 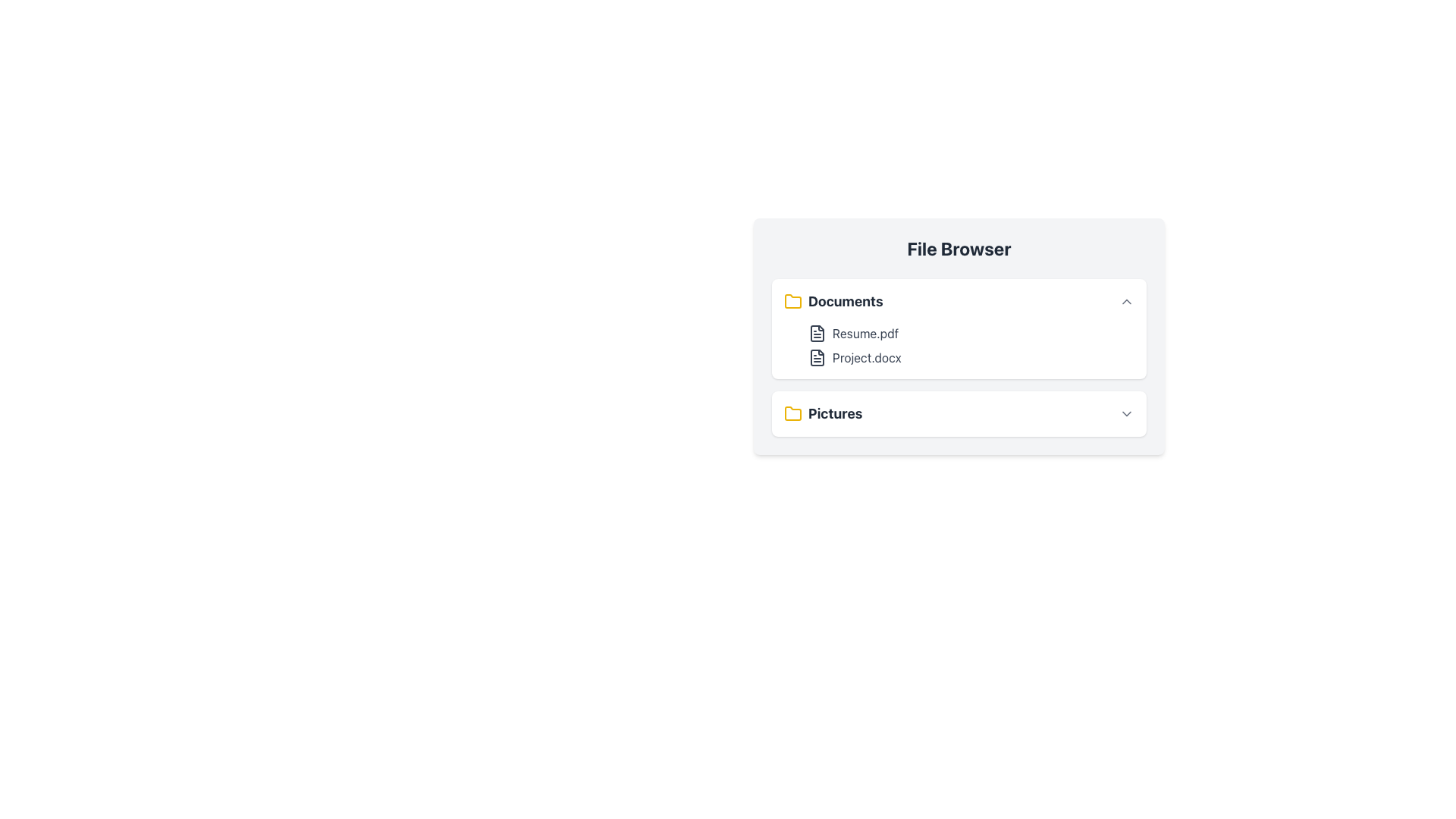 I want to click on the 'Pictures' folder icon located at the beginning of its row in the file browser to interact with the associated folder, so click(x=792, y=414).